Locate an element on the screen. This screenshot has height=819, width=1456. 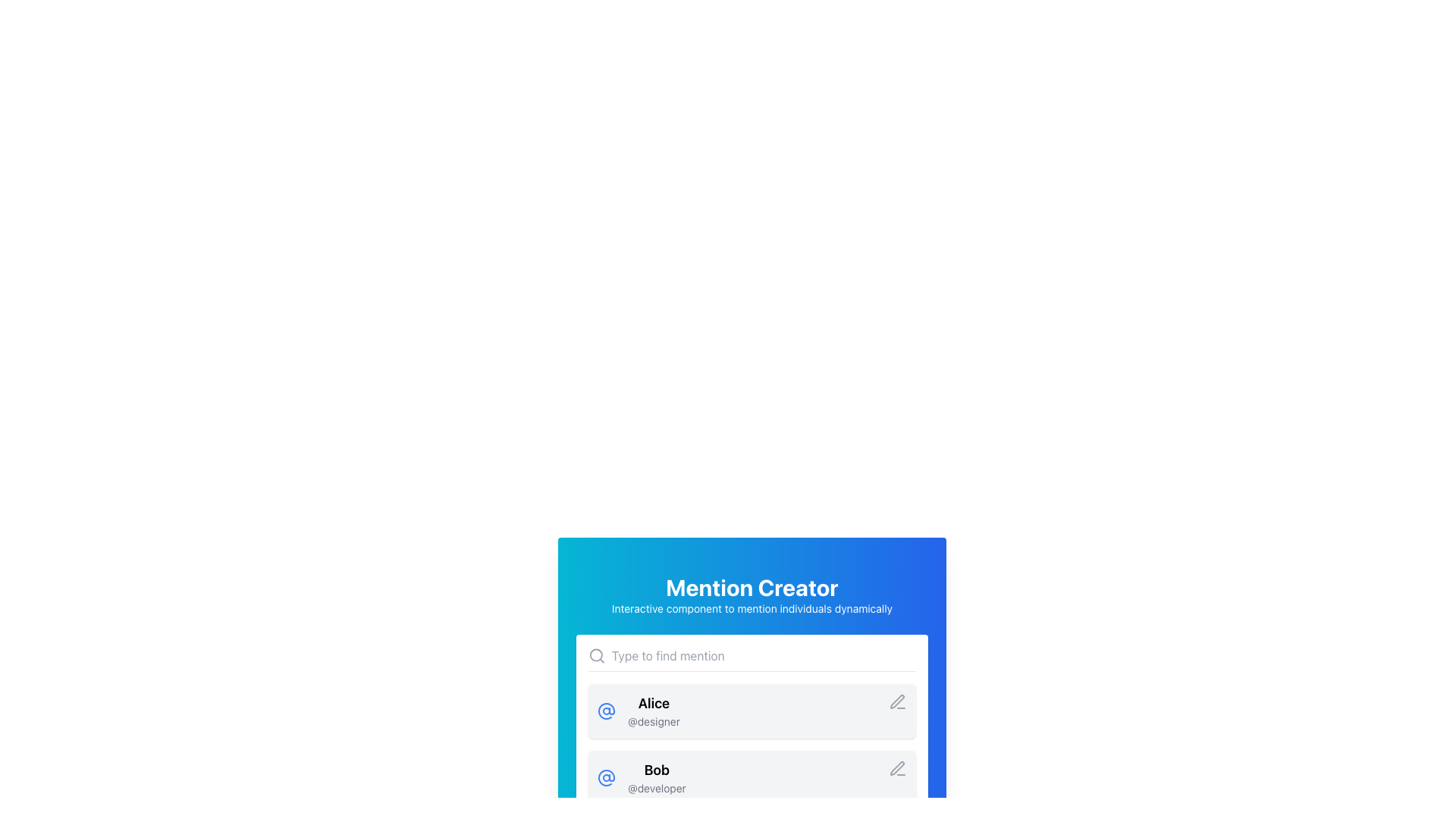
the text label that reads 'Interactive component to mention individuals dynamically', which is styled with white text on a gradient blue background and positioned below the heading 'Mention Creator' is located at coordinates (752, 607).